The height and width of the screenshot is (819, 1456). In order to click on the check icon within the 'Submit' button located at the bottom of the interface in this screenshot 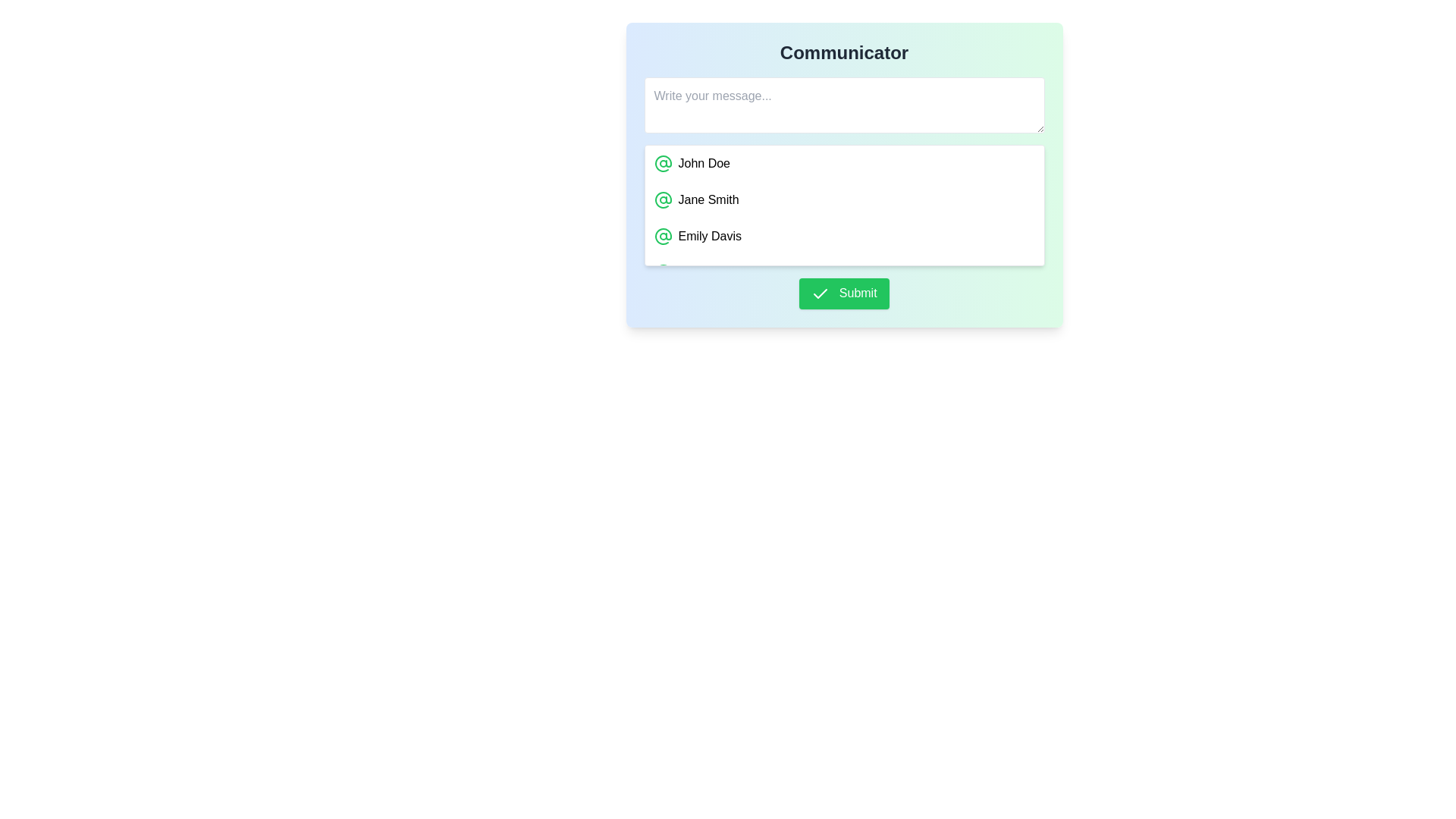, I will do `click(820, 293)`.